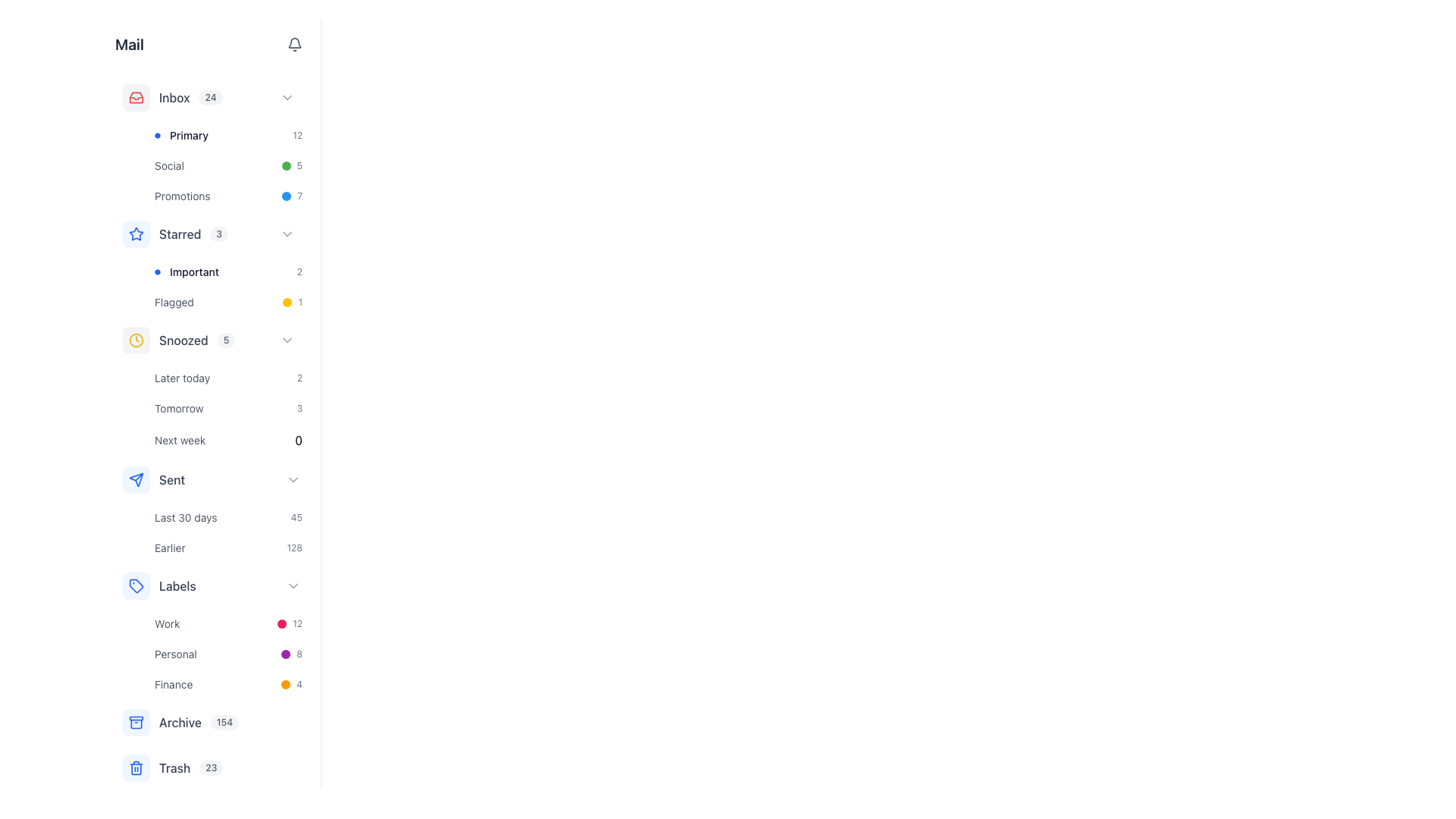  Describe the element at coordinates (196, 339) in the screenshot. I see `the Sidebar menu item labeled 'Snoozed', which features a badge indicating the count of snoozed emails` at that location.